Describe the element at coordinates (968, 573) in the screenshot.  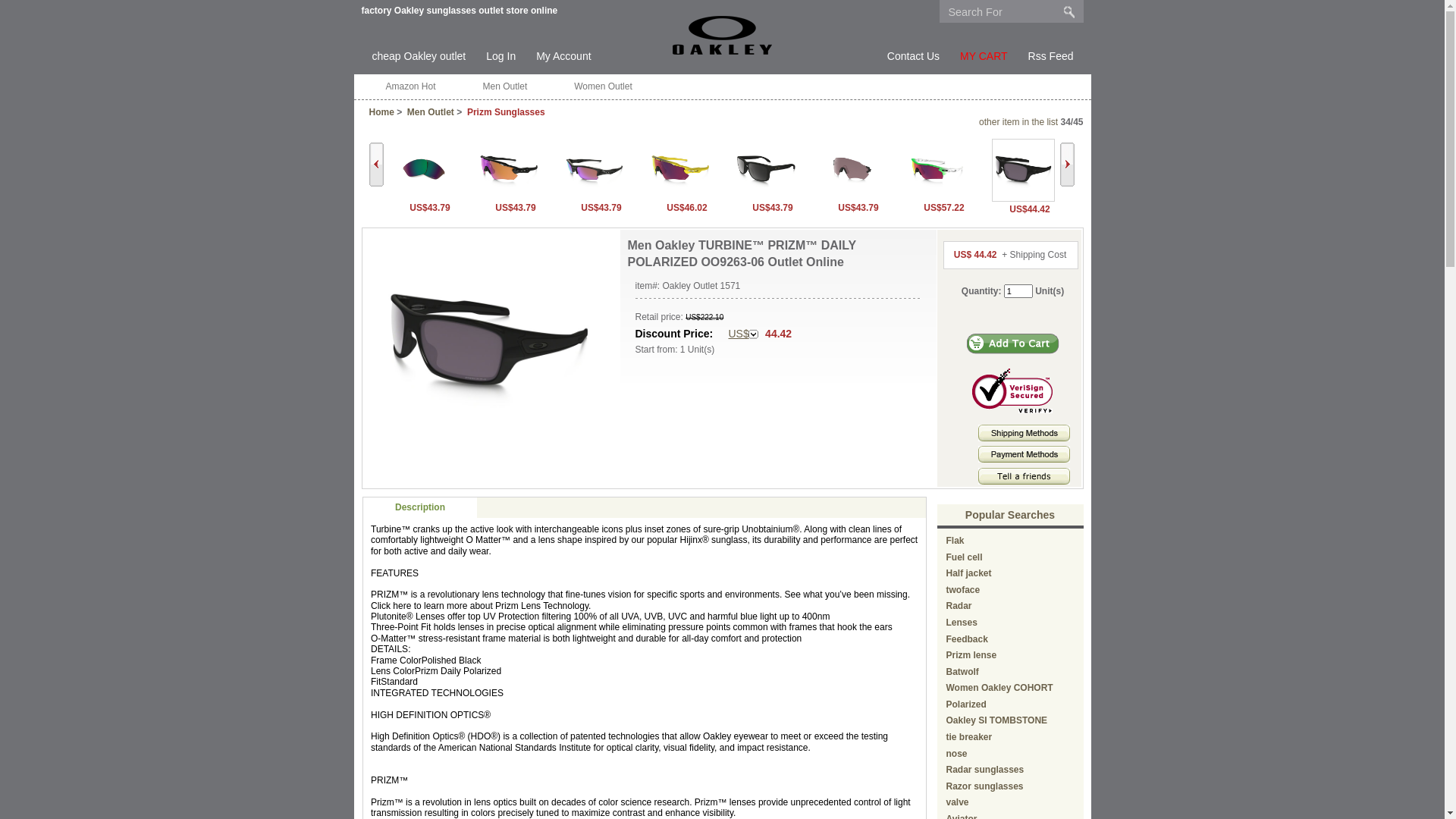
I see `'Half jacket'` at that location.